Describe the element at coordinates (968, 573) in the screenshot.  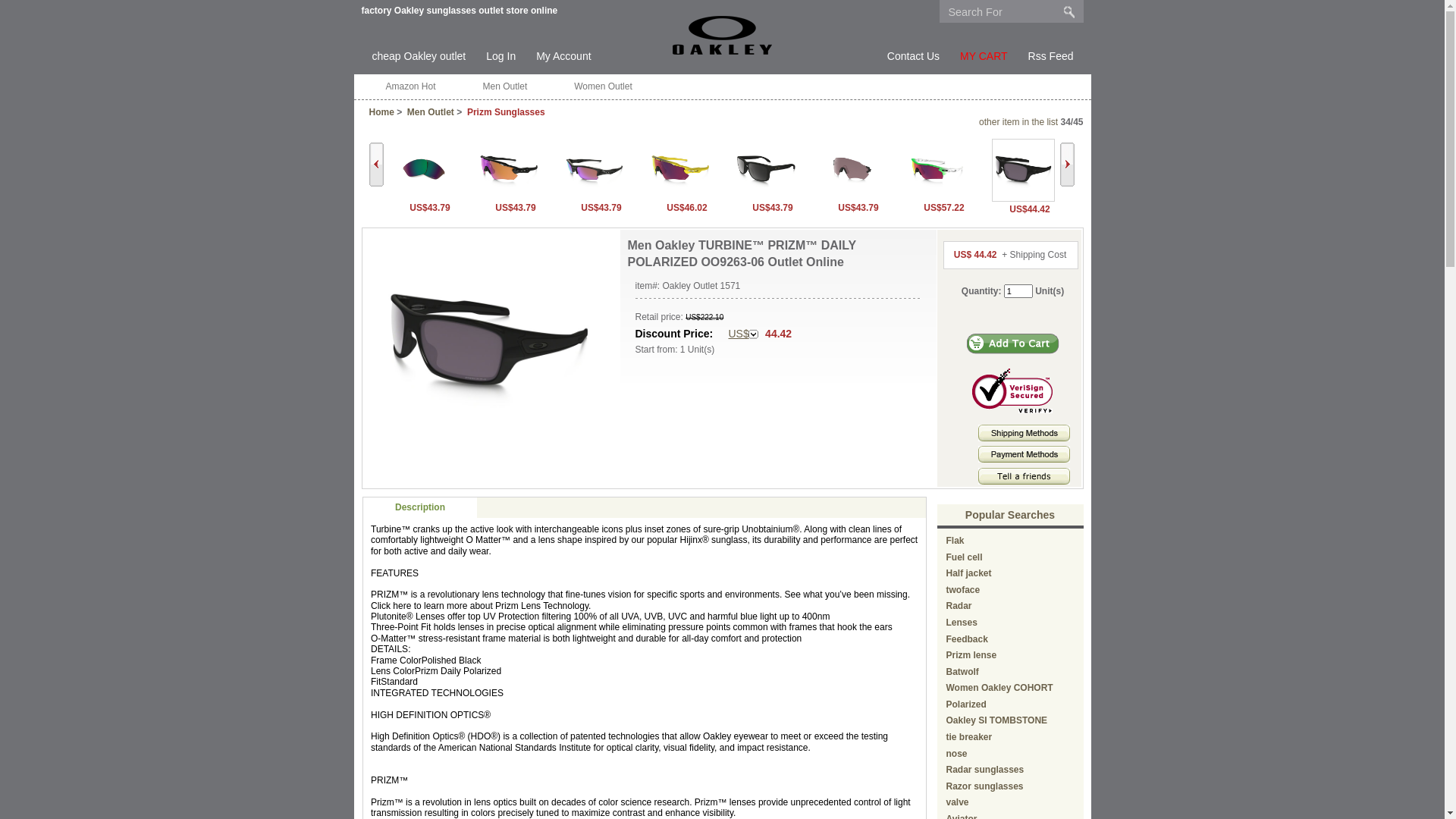
I see `'Half jacket'` at that location.